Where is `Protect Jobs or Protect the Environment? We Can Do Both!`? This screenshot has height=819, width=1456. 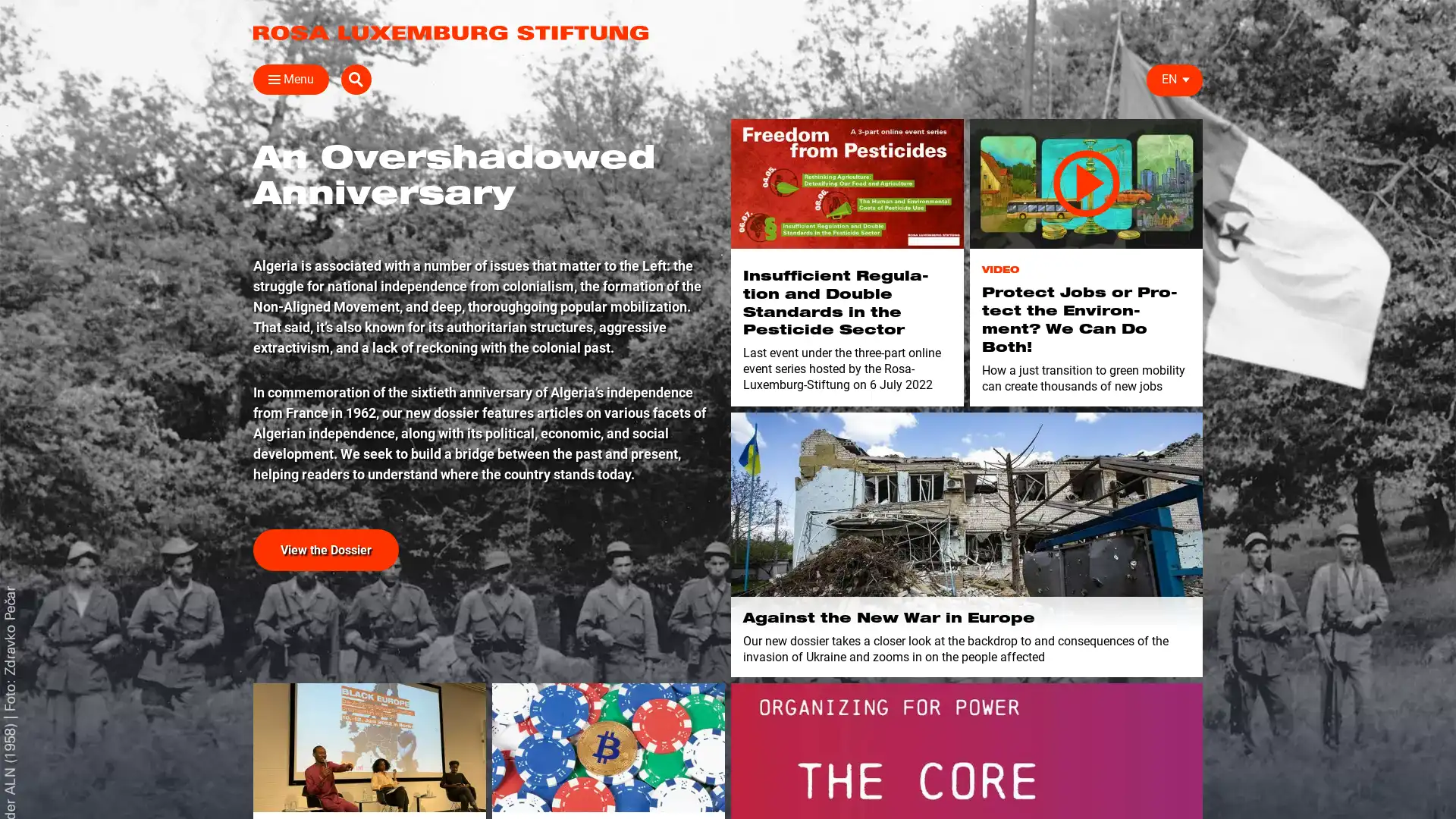 Protect Jobs or Protect the Environment? We Can Do Both! is located at coordinates (1085, 183).